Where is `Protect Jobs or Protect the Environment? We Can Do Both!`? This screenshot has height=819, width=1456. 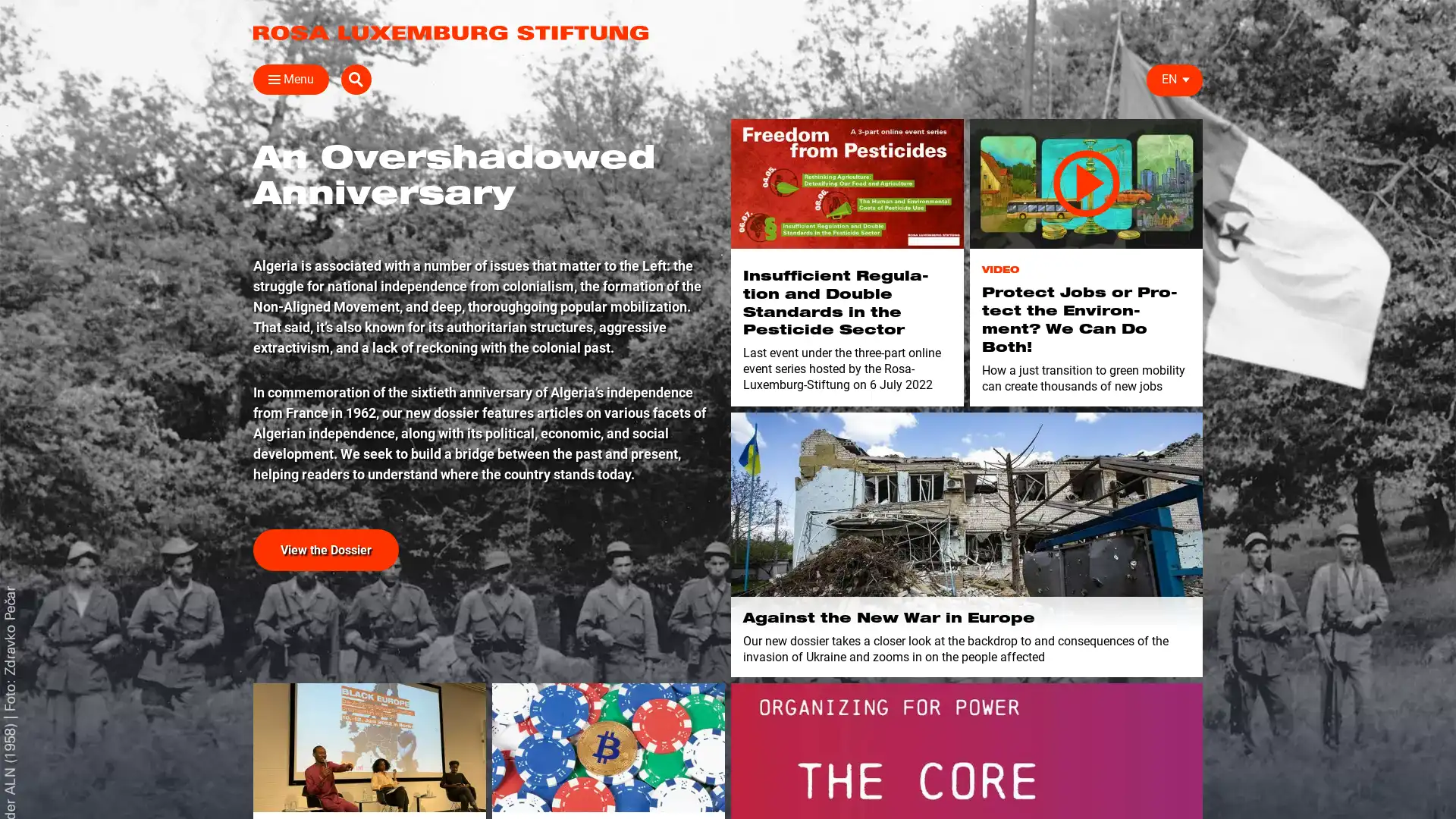 Protect Jobs or Protect the Environment? We Can Do Both! is located at coordinates (1085, 183).